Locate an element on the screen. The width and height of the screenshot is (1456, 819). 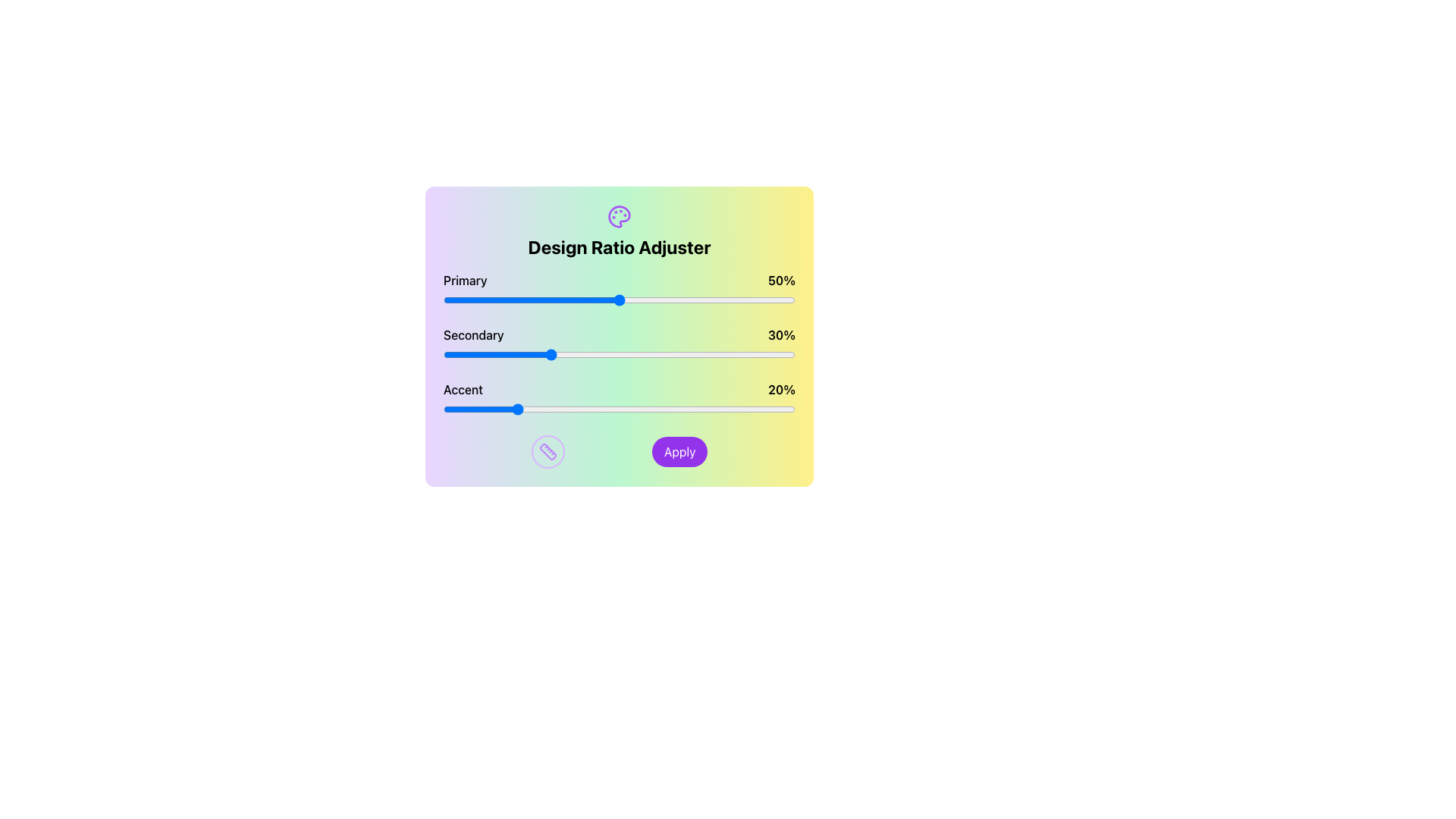
the Text Label indicating the current percentage value for the 'Accent' parameter in the 'Design Ratio Adjuster' panel is located at coordinates (782, 388).